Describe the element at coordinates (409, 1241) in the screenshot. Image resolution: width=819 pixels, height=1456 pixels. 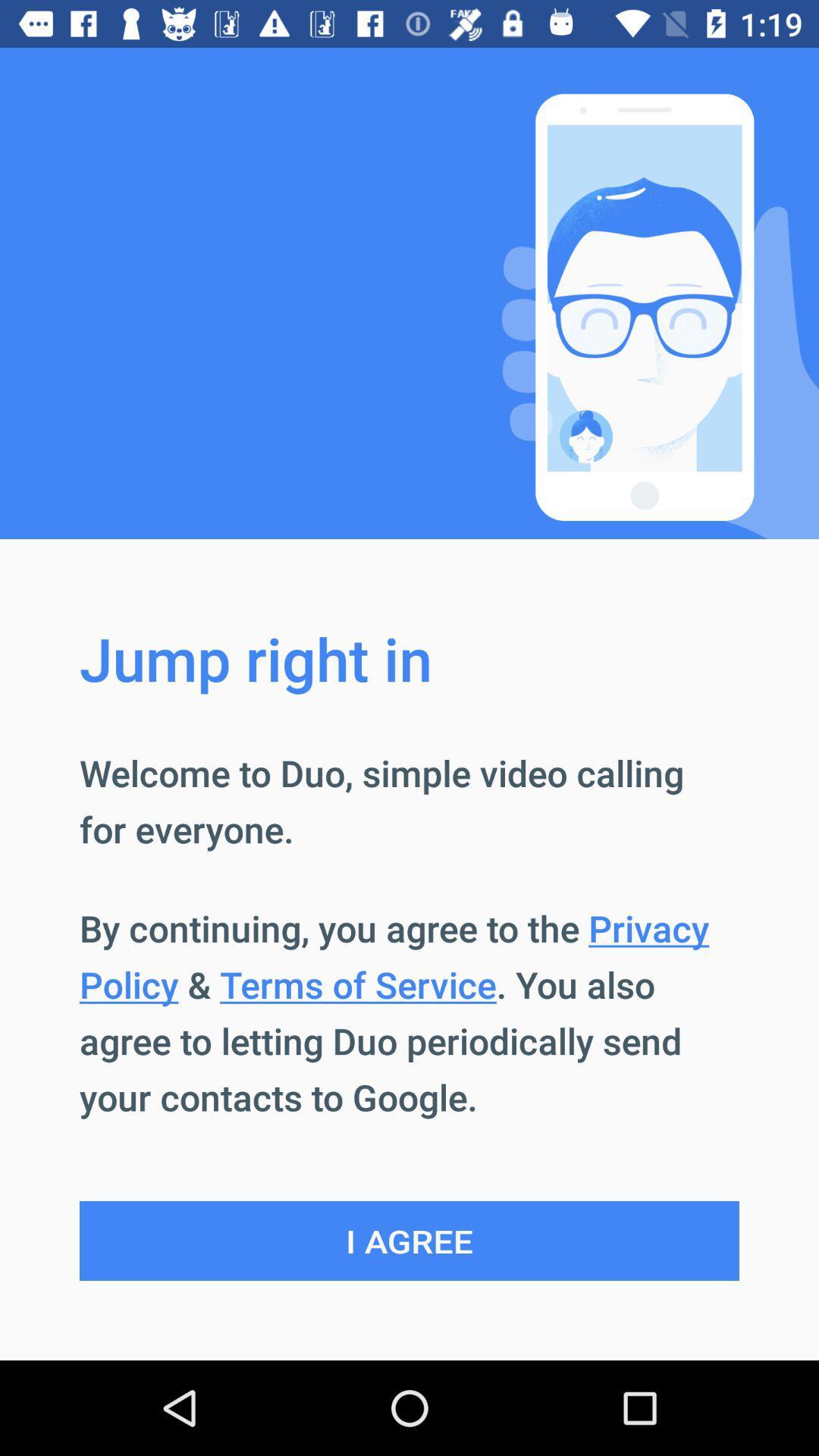
I see `the i agree icon` at that location.